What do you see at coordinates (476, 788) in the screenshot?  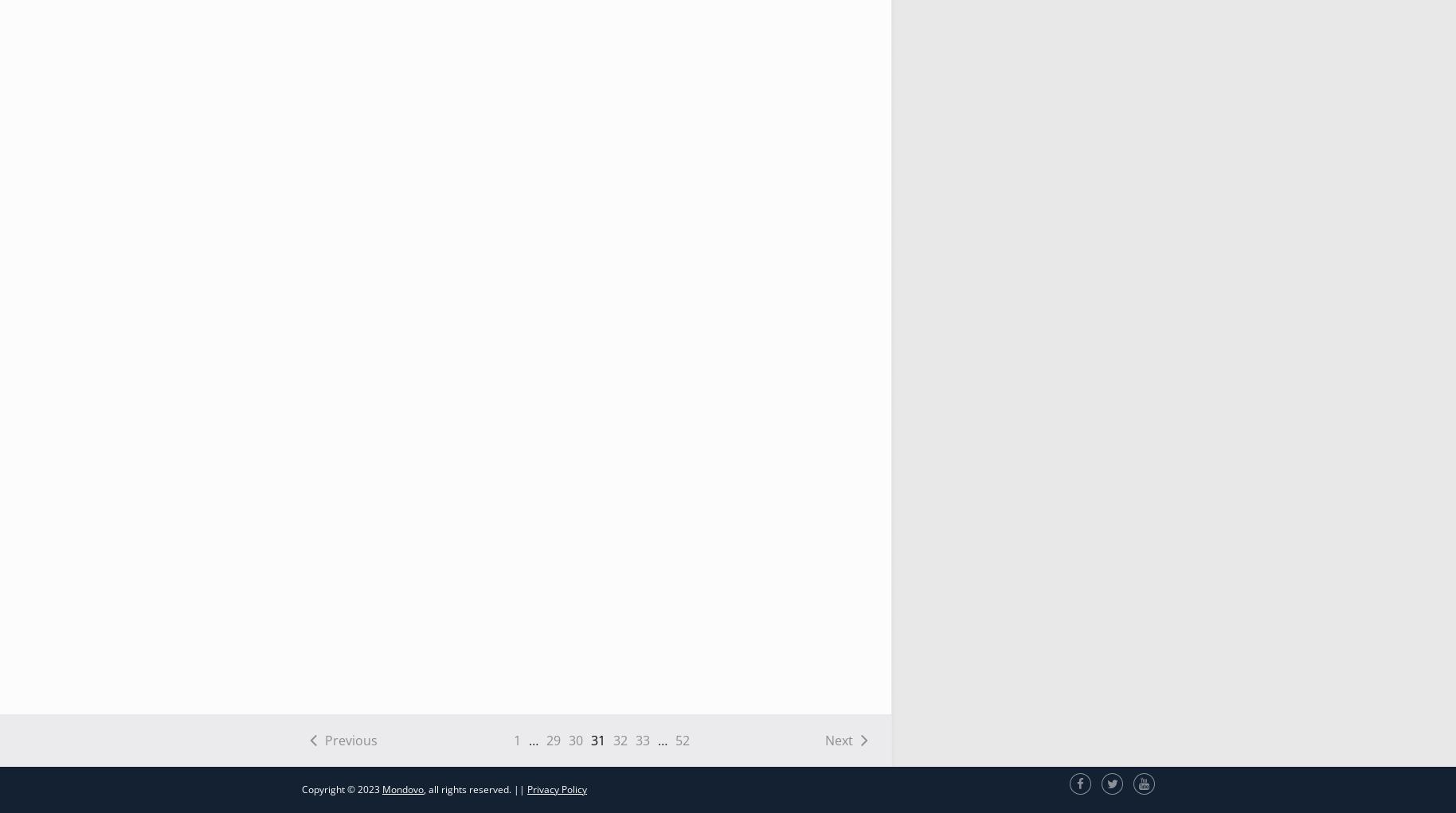 I see `', all rights reserved. ||'` at bounding box center [476, 788].